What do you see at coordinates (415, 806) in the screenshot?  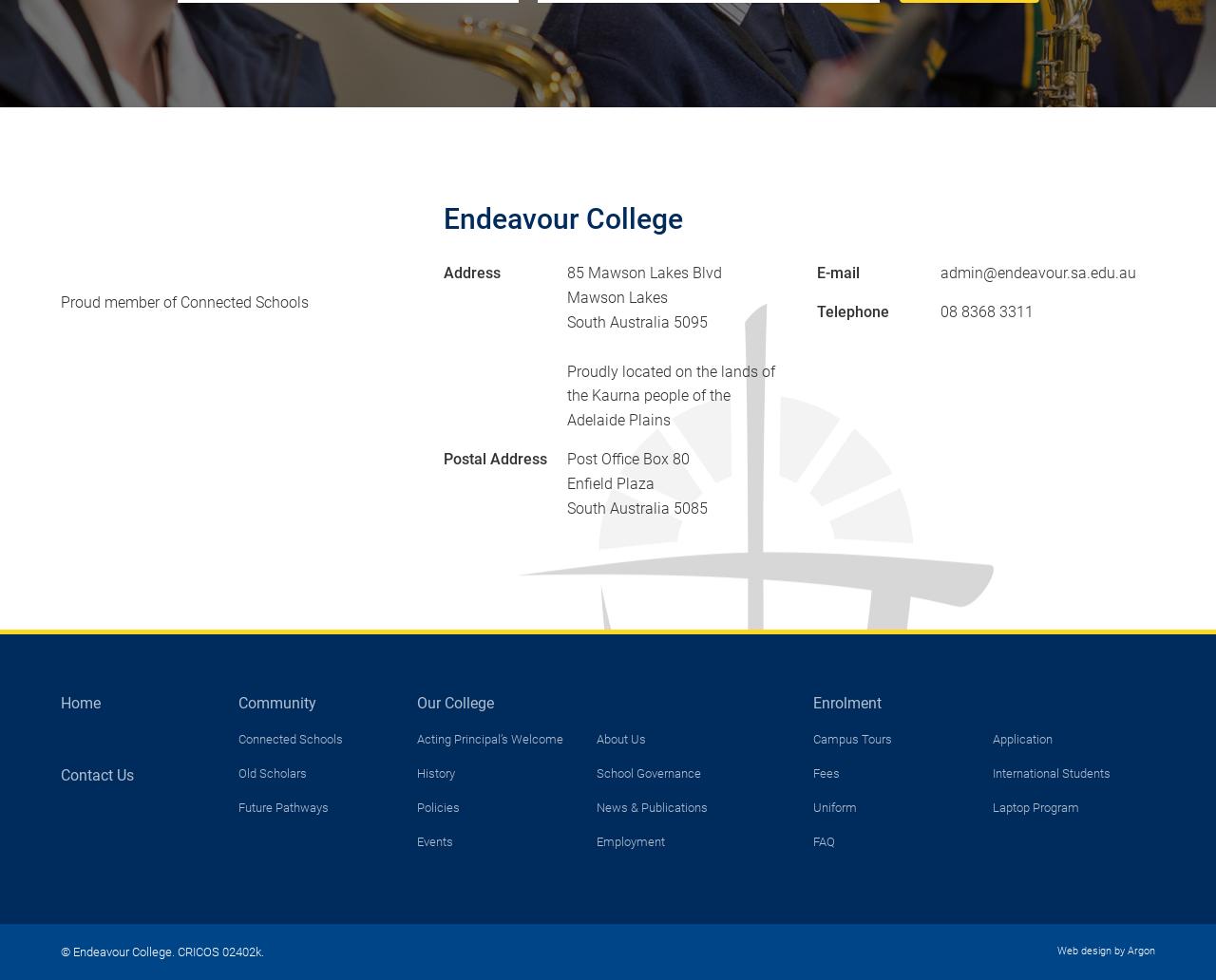 I see `'Policies'` at bounding box center [415, 806].